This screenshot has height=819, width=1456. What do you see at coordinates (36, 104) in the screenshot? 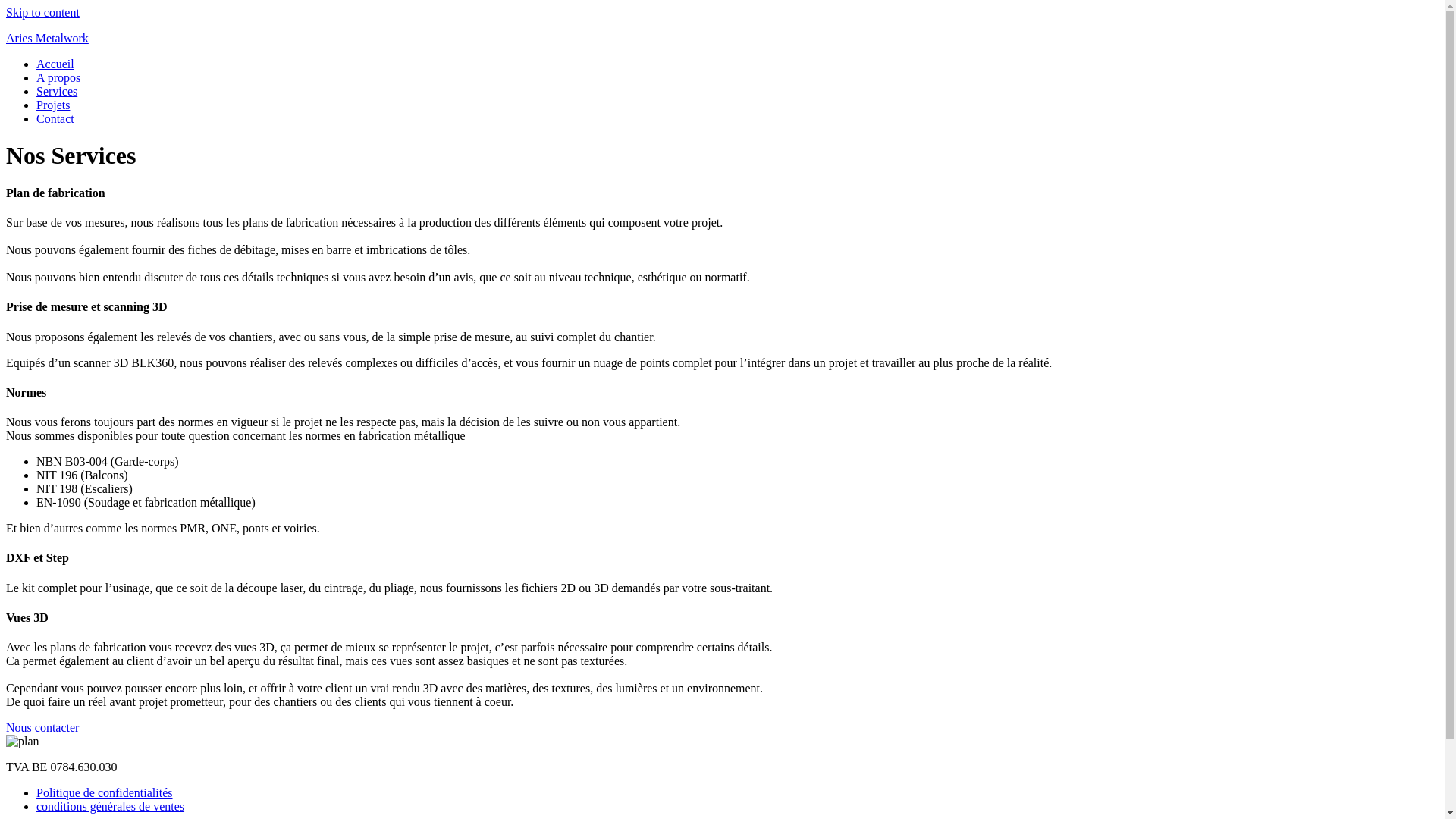
I see `'Projets'` at bounding box center [36, 104].